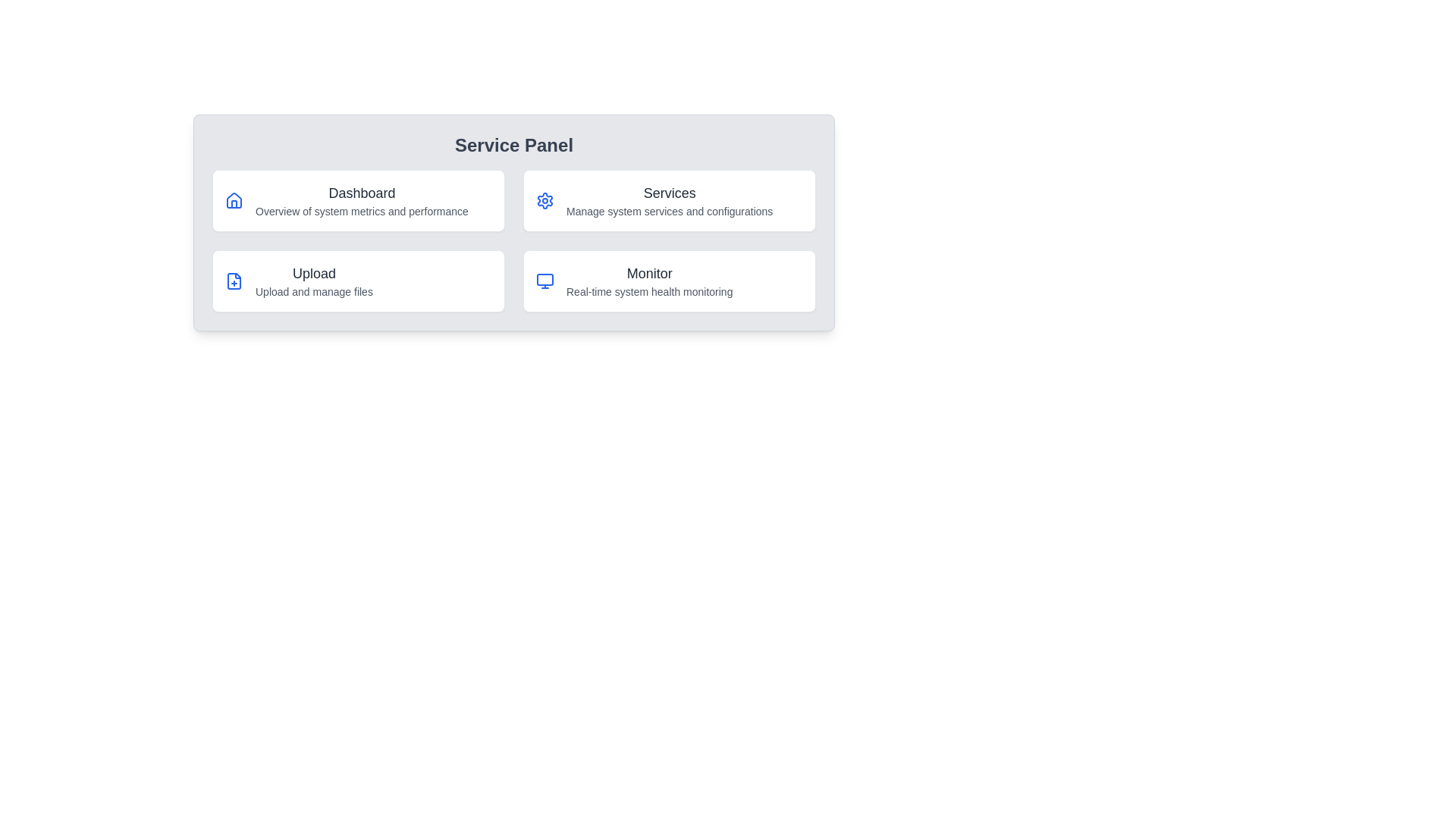 This screenshot has height=819, width=1456. Describe the element at coordinates (361, 211) in the screenshot. I see `the text label that reads 'Overview of system metrics and performance', which is positioned directly below the 'Dashboard' title in the service panel` at that location.